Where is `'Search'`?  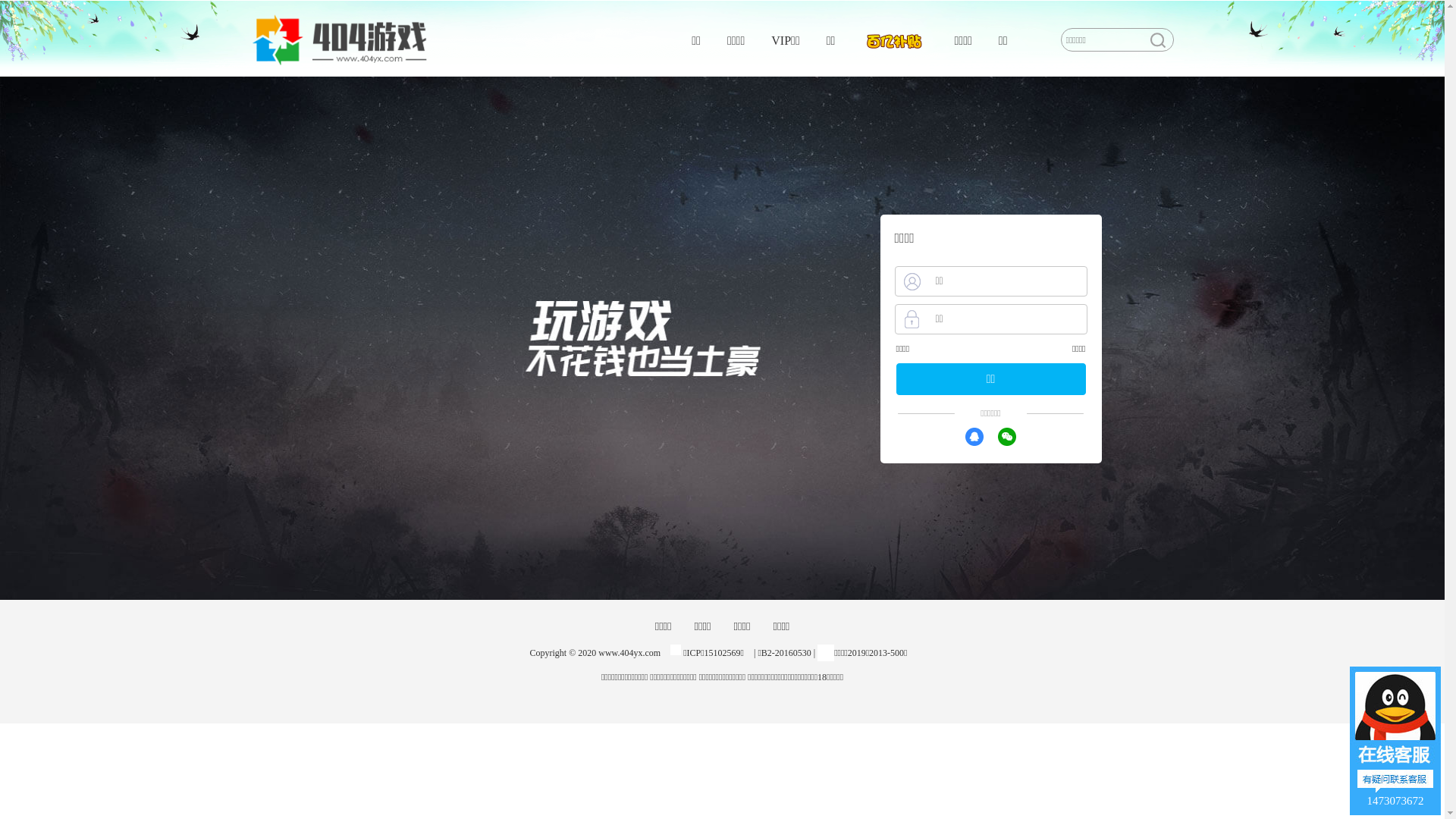 'Search' is located at coordinates (1156, 39).